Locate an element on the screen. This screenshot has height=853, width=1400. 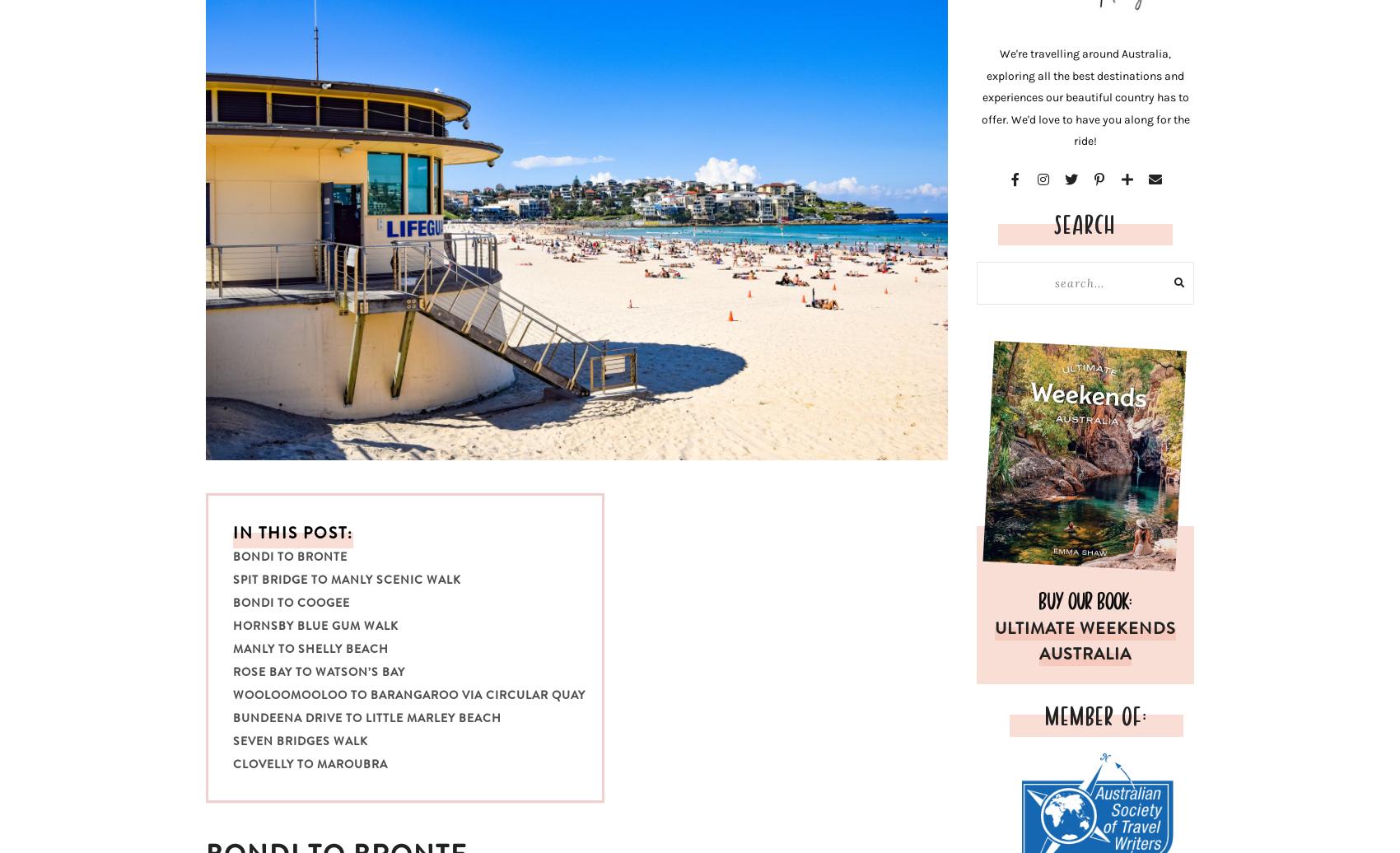
'Rose Bay to Watson’s Bay' is located at coordinates (318, 671).